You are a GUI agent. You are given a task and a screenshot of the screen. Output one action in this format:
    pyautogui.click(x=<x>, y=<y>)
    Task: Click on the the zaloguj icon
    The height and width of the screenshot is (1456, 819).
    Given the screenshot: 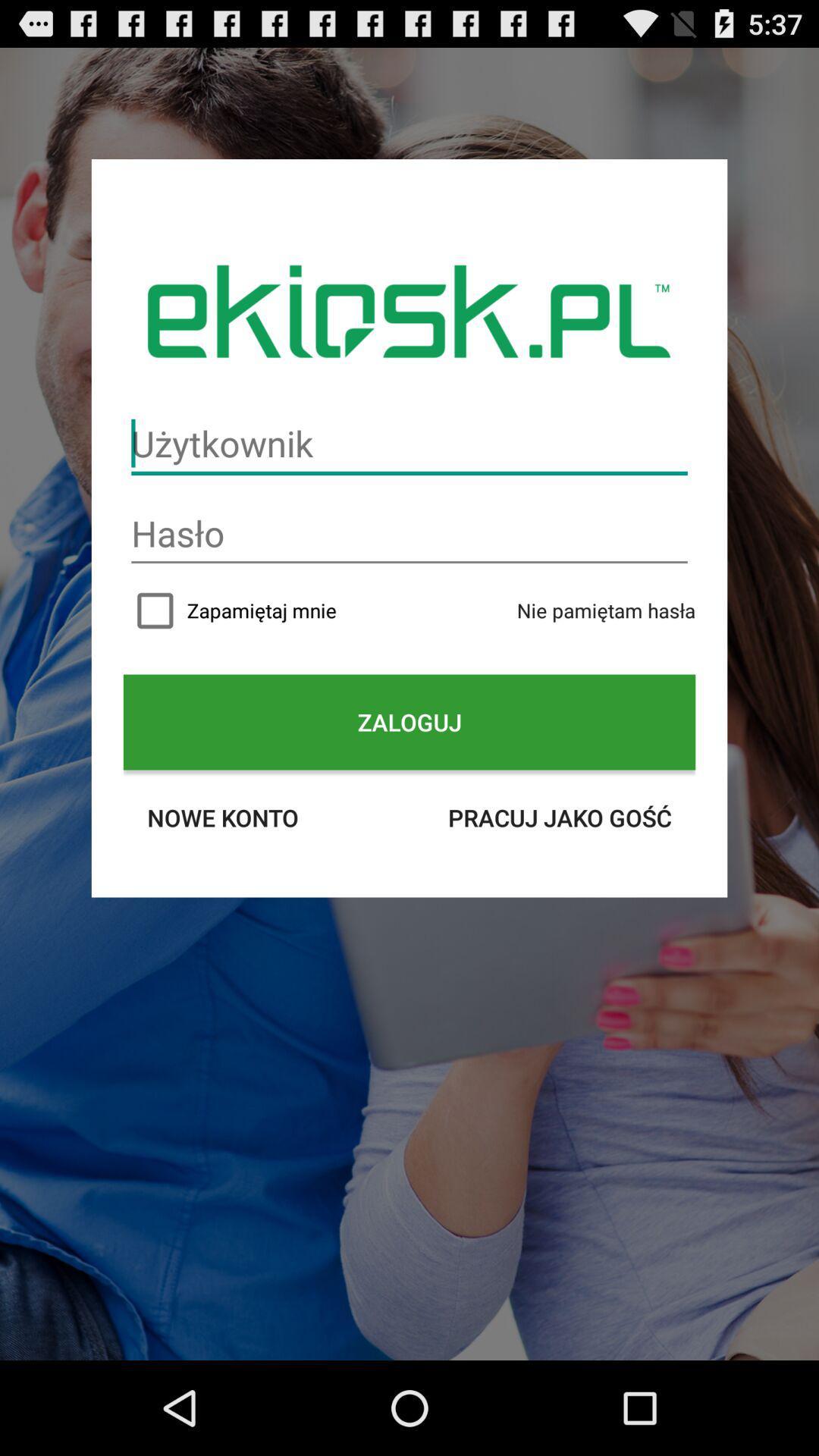 What is the action you would take?
    pyautogui.click(x=409, y=721)
    